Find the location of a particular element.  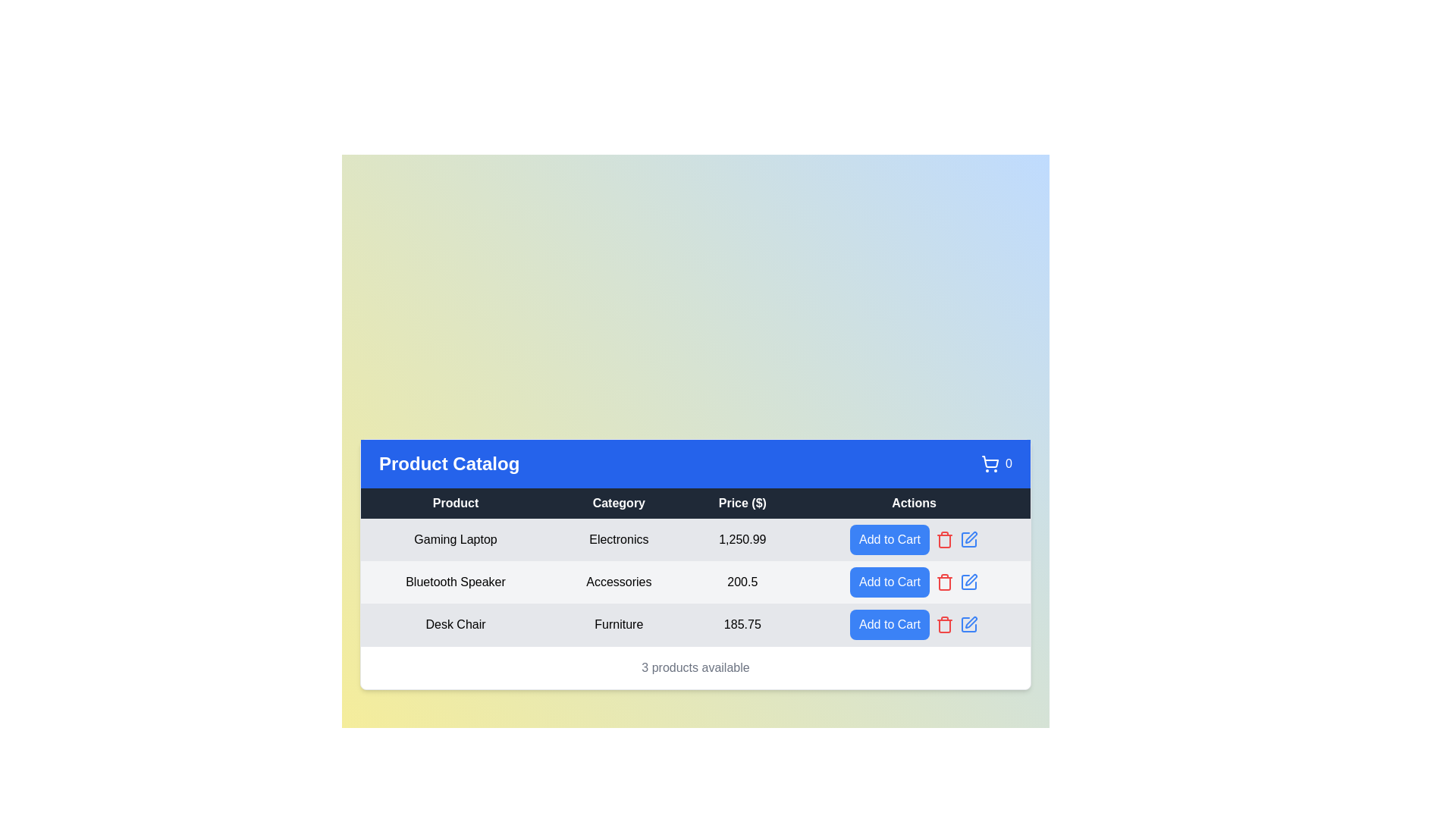

the 'Add to Cart' button, which is the first button in the 'Actions' column of the second row for the 'Bluetooth Speaker' product is located at coordinates (890, 581).